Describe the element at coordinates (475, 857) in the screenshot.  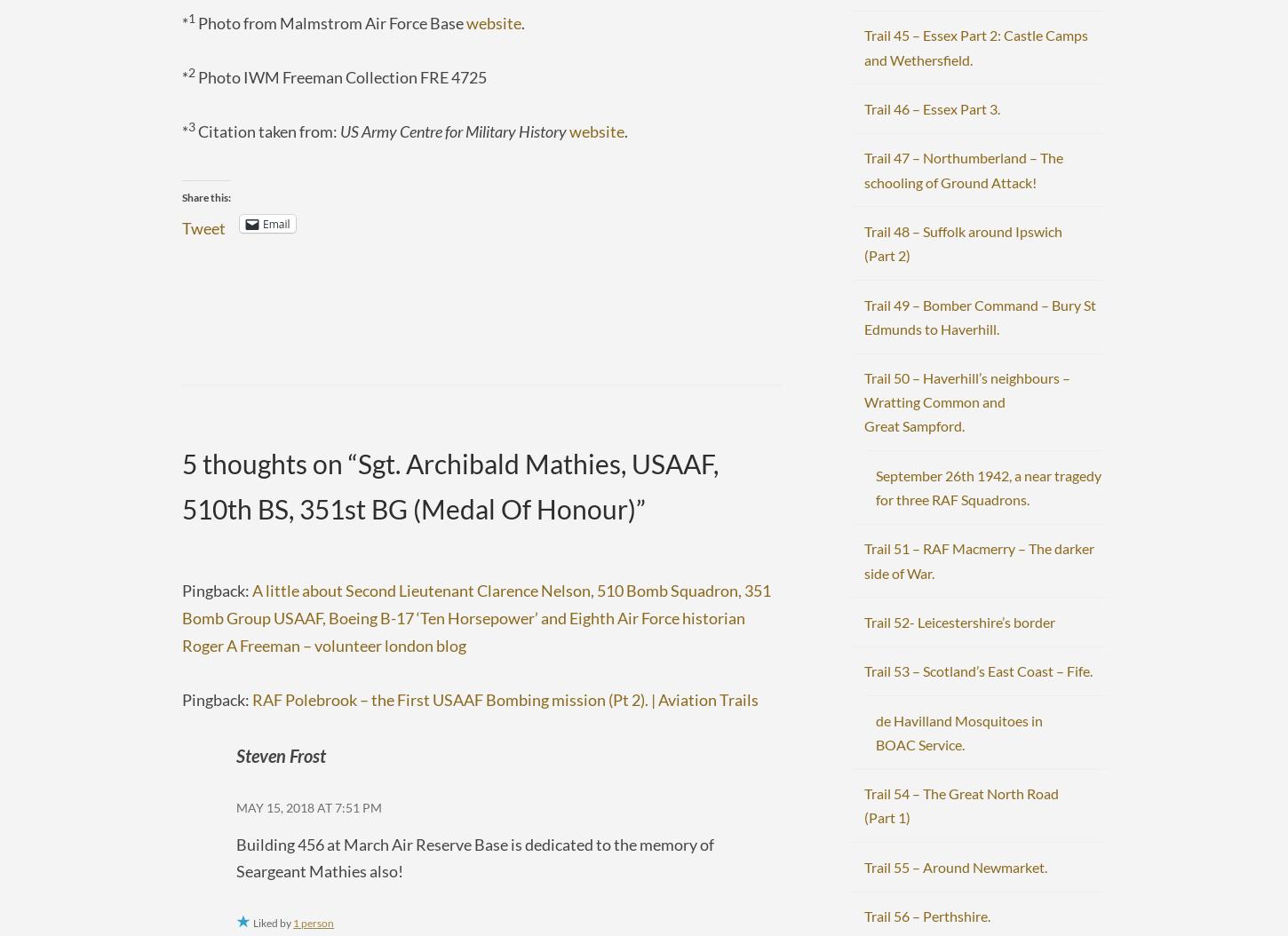
I see `'Building 456 at March Air Reserve Base is dedicated to the memory of Seargeant Mathies also!'` at that location.